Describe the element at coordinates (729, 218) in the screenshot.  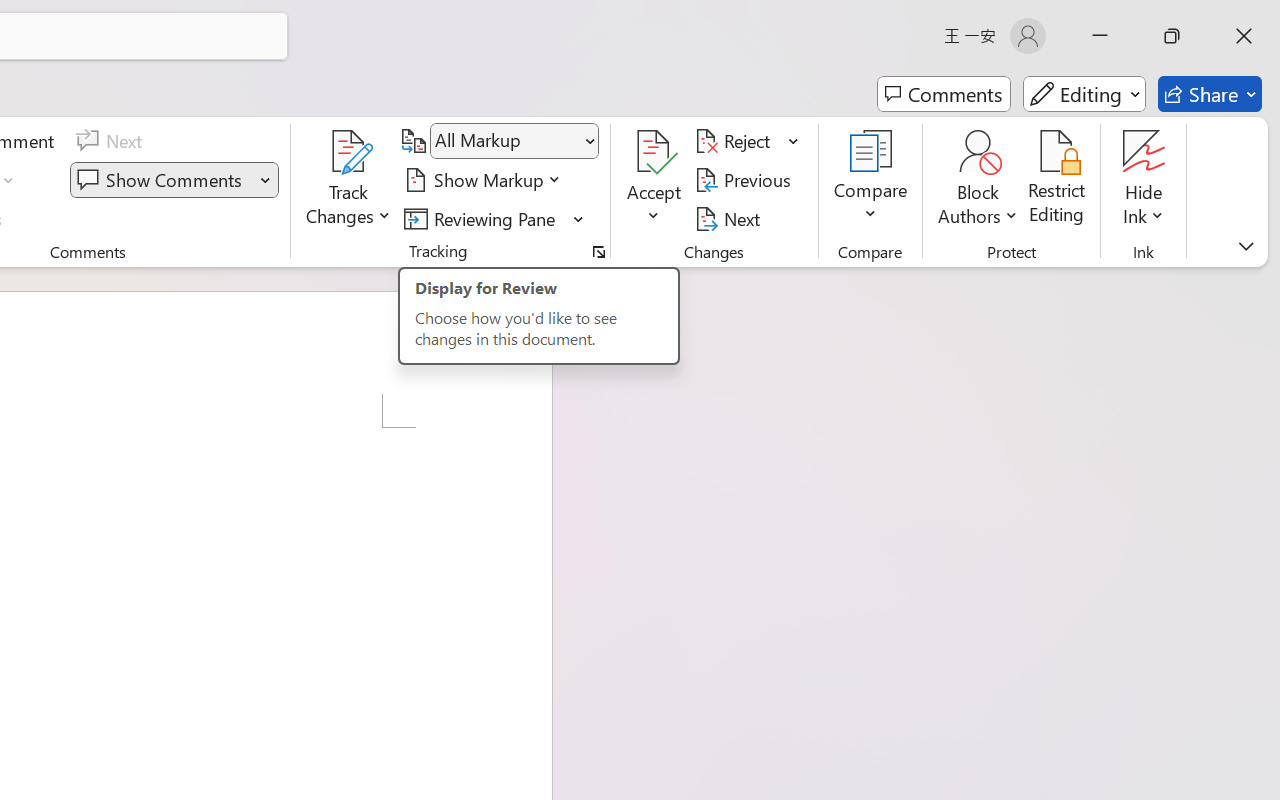
I see `'Next'` at that location.